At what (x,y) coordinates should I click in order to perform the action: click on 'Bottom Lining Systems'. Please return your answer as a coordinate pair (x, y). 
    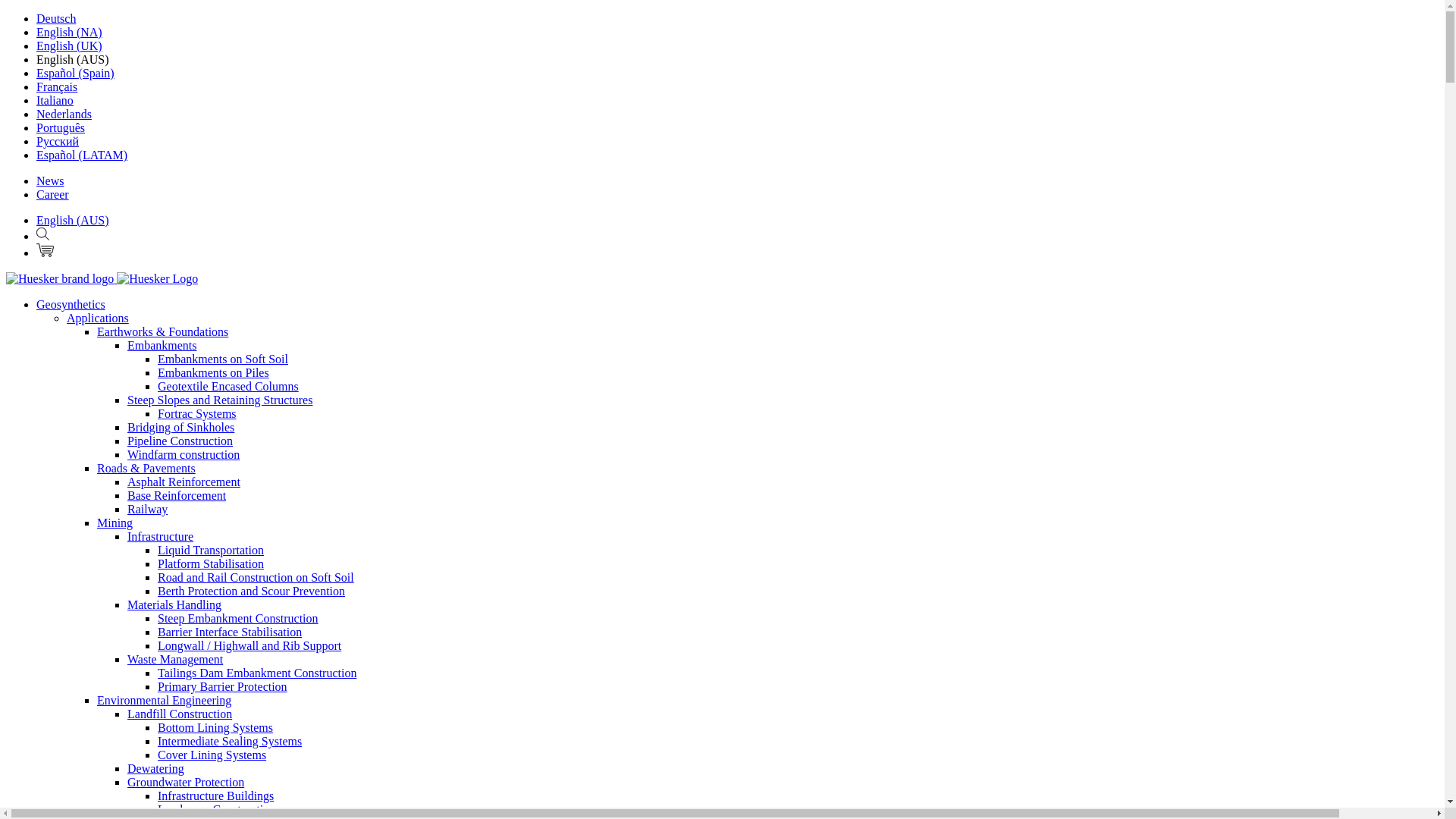
    Looking at the image, I should click on (214, 726).